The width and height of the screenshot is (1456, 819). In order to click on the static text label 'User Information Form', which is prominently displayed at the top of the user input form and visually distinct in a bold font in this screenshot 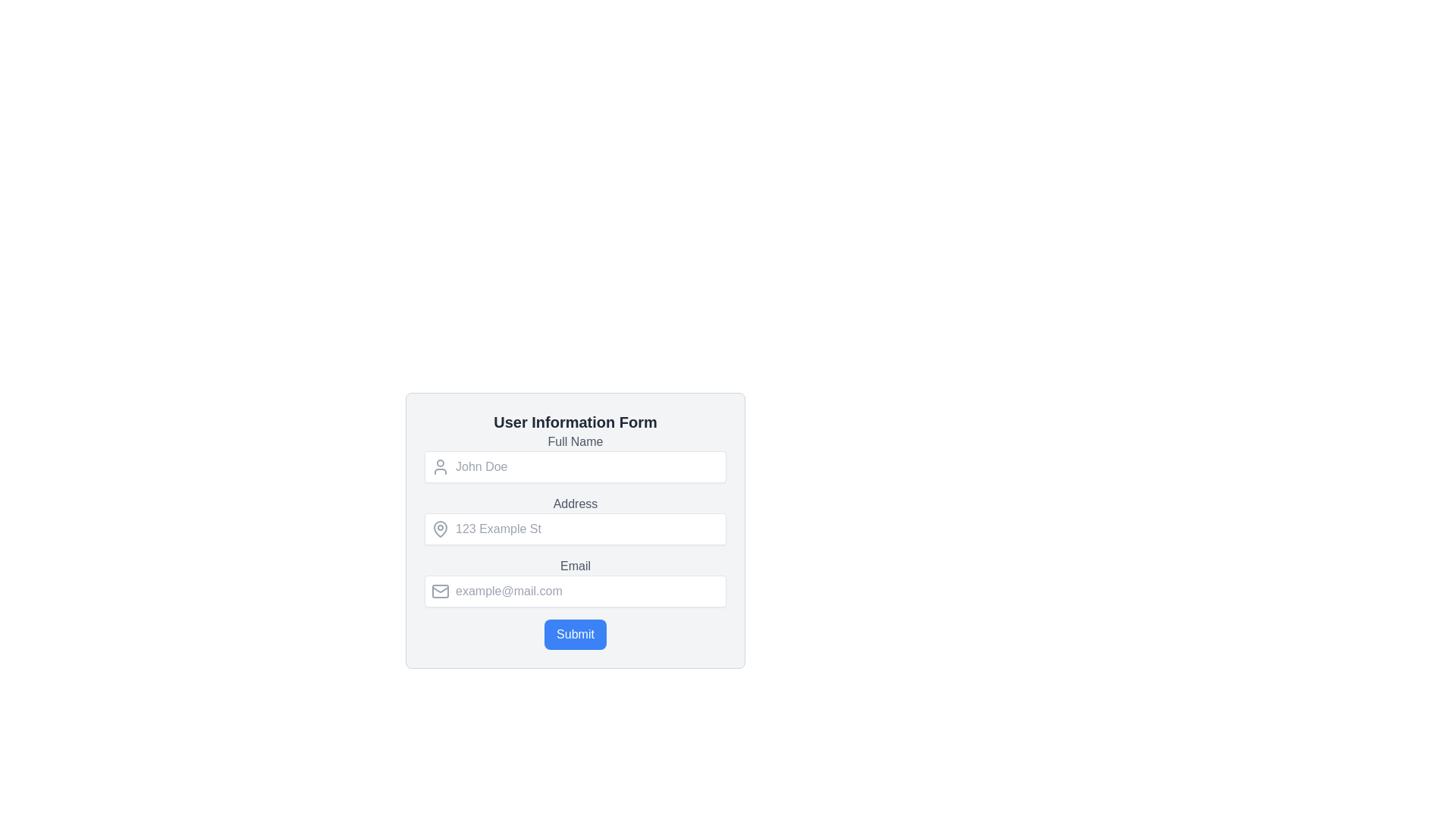, I will do `click(574, 422)`.